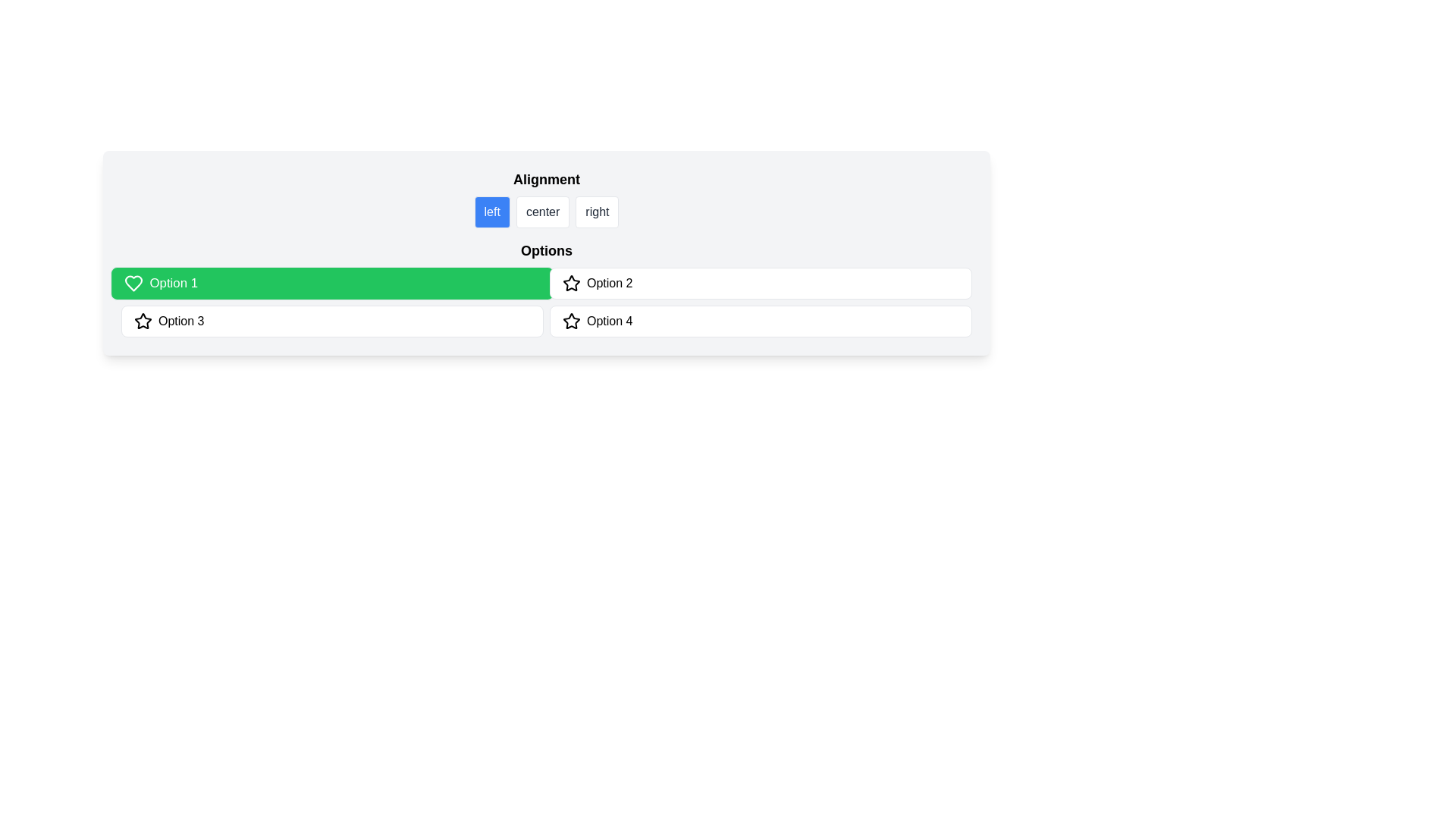  Describe the element at coordinates (546, 178) in the screenshot. I see `the text label displaying the word 'Alignment', which is bold and distinct as a heading, located at the top of a vertical group above three buttons labeled 'left', 'center', and 'right'` at that location.